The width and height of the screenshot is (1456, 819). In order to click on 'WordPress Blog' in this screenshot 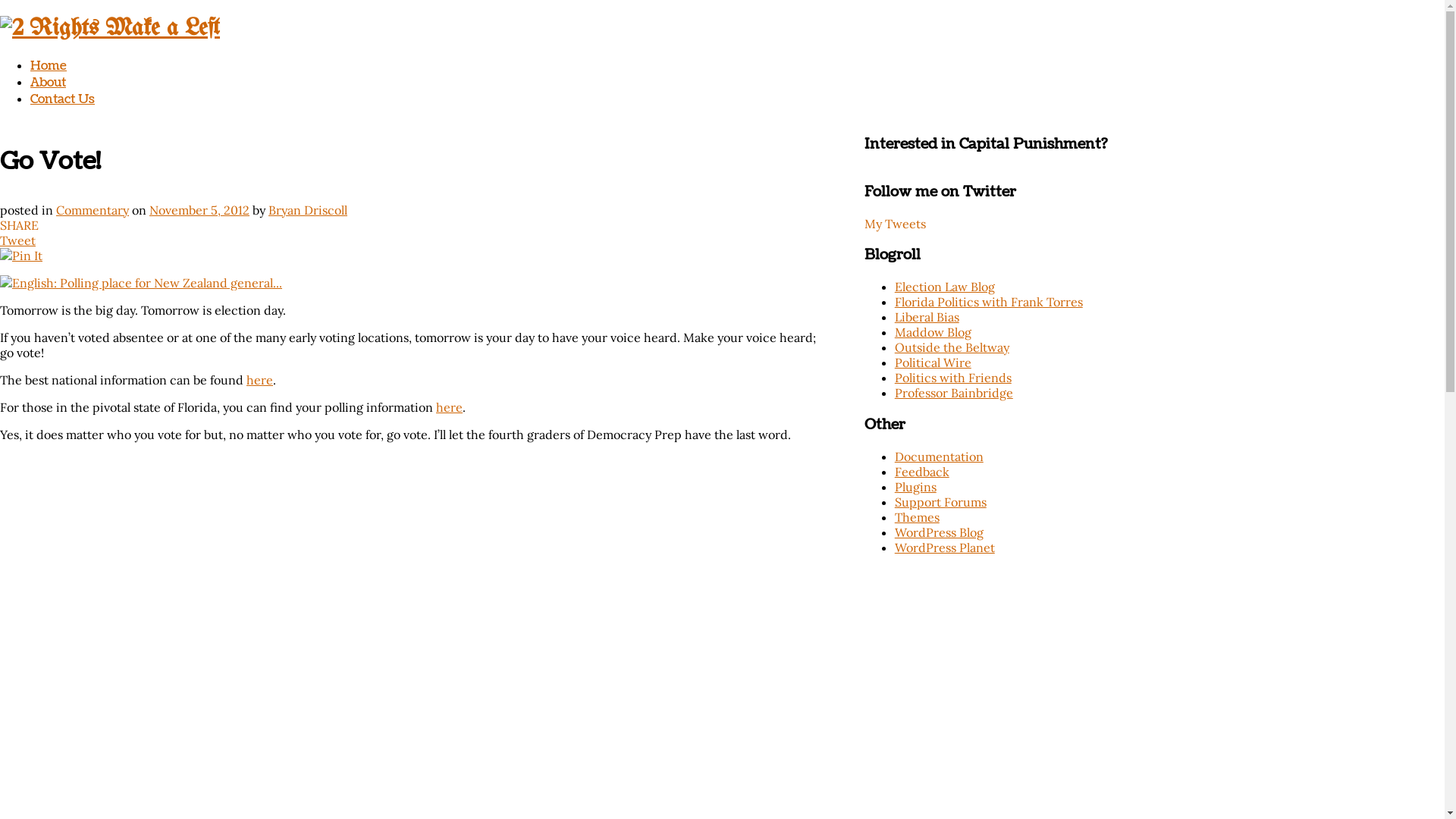, I will do `click(938, 532)`.